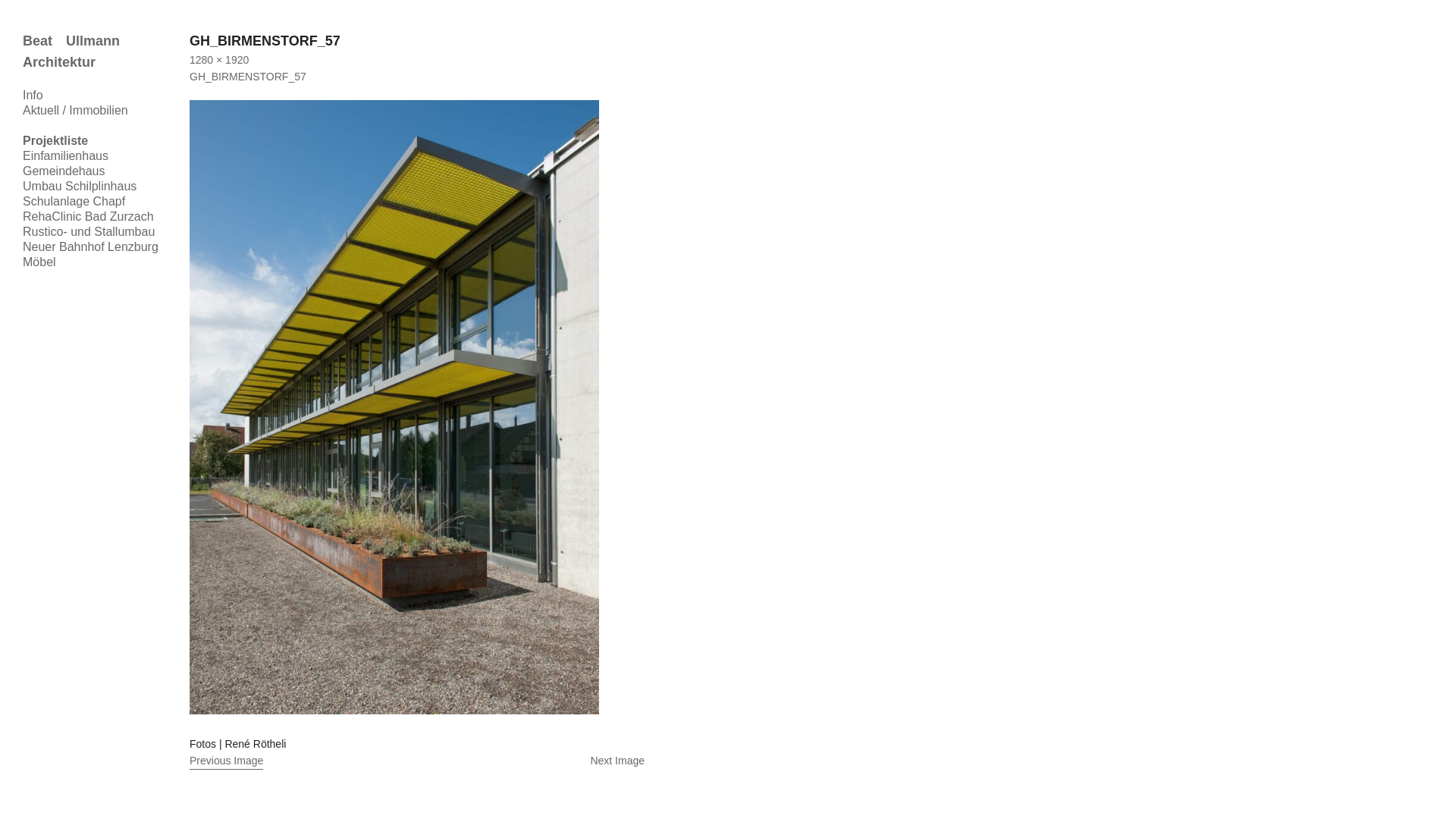  I want to click on 'Schulanlage Chapf', so click(73, 200).